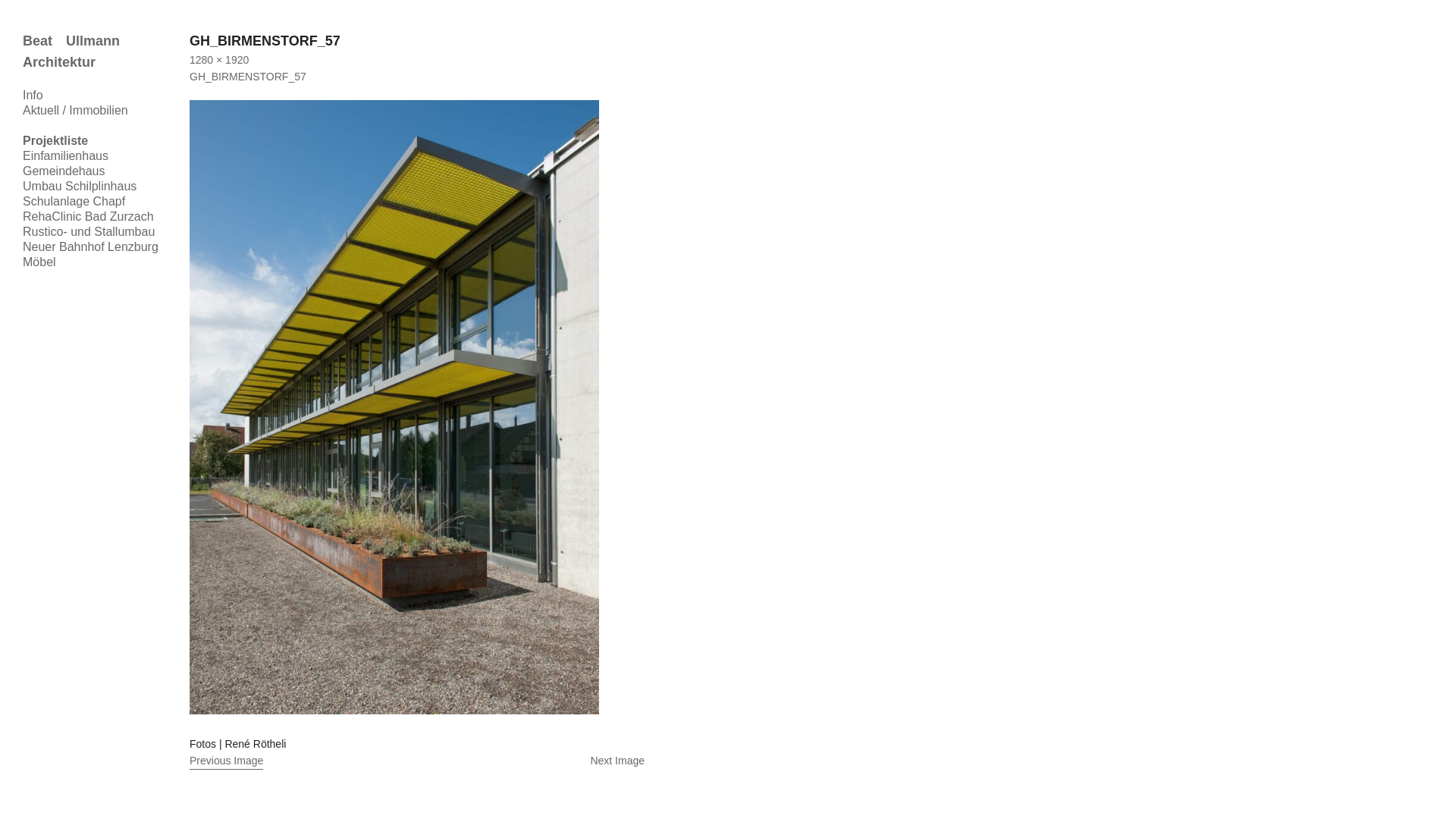  I want to click on 'Schulanlage Chapf', so click(73, 200).